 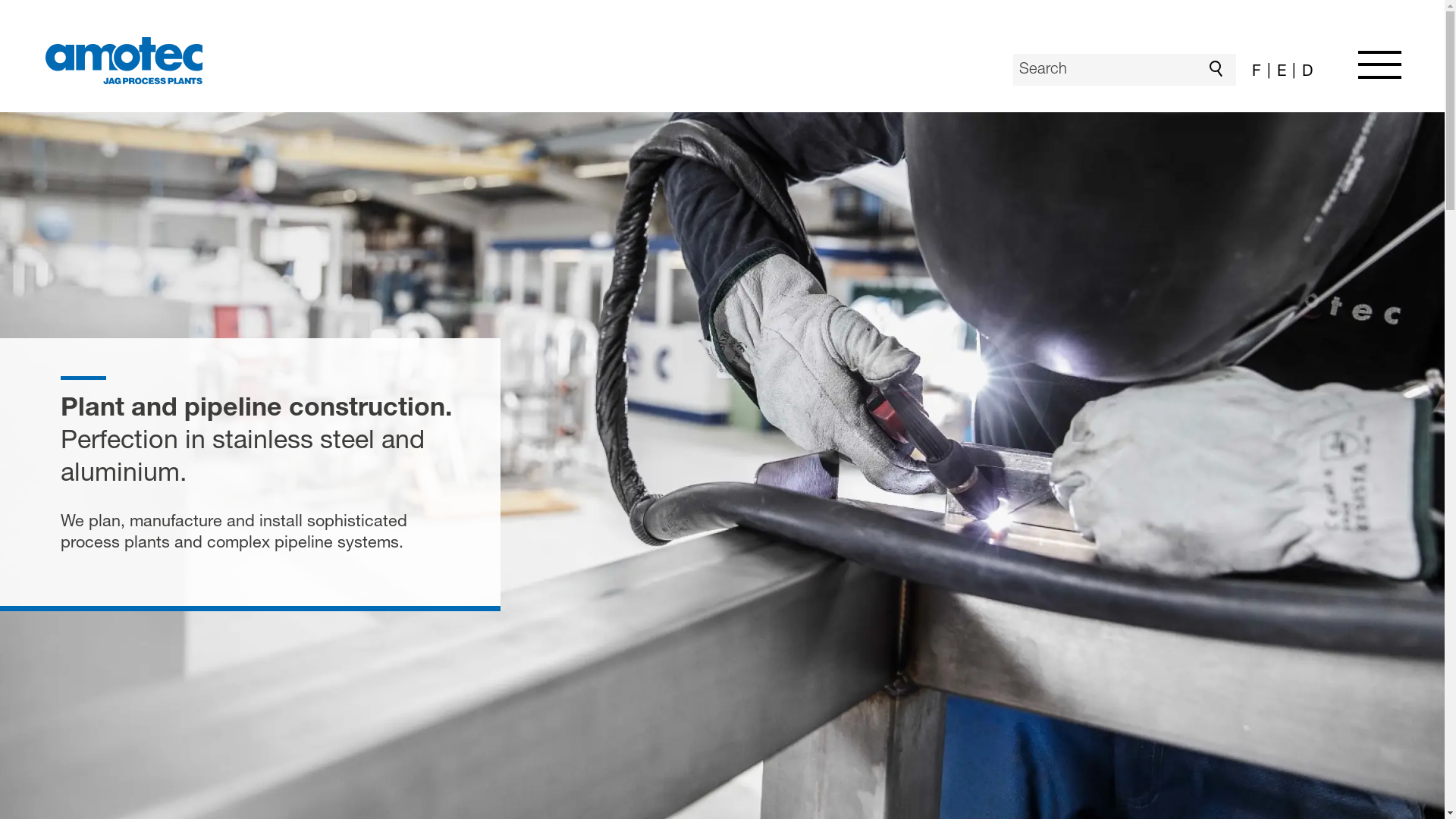 What do you see at coordinates (124, 60) in the screenshot?
I see `'Zur Startseite'` at bounding box center [124, 60].